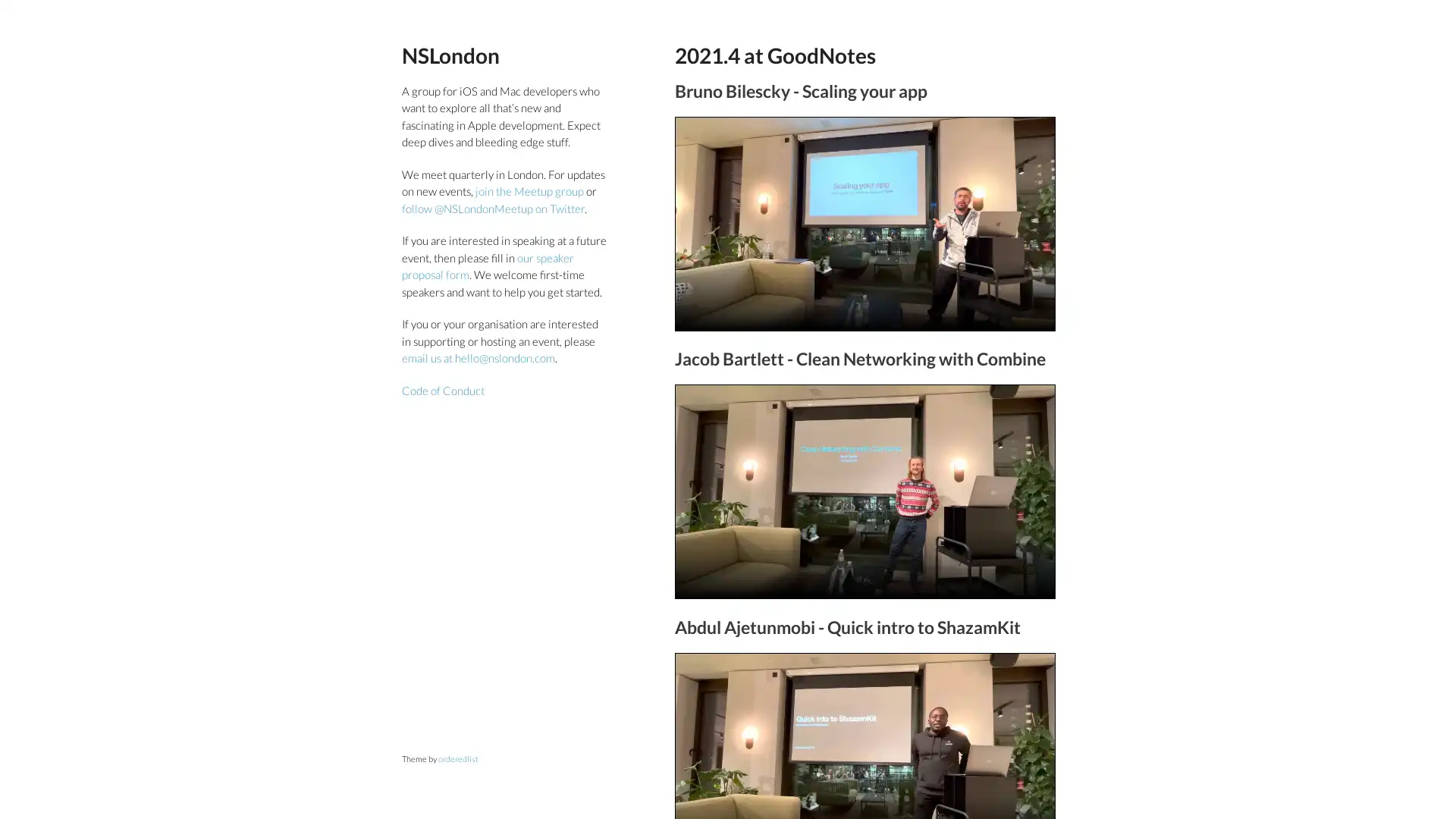 This screenshot has height=819, width=1456. Describe the element at coordinates (1000, 293) in the screenshot. I see `enter full screen` at that location.